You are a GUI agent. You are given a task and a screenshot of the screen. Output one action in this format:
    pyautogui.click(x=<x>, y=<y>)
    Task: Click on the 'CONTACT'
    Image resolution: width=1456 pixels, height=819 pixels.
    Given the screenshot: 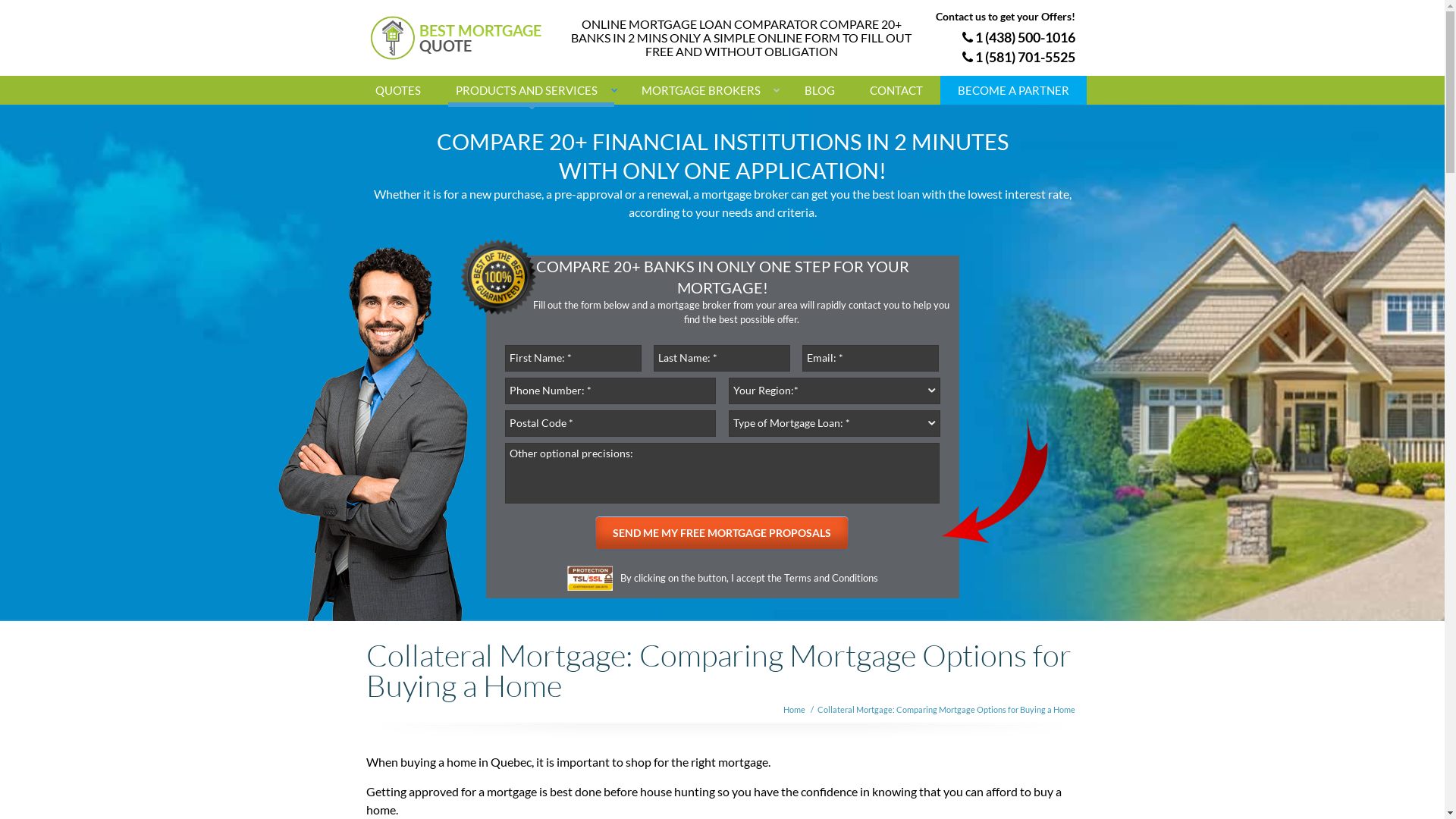 What is the action you would take?
    pyautogui.click(x=896, y=90)
    